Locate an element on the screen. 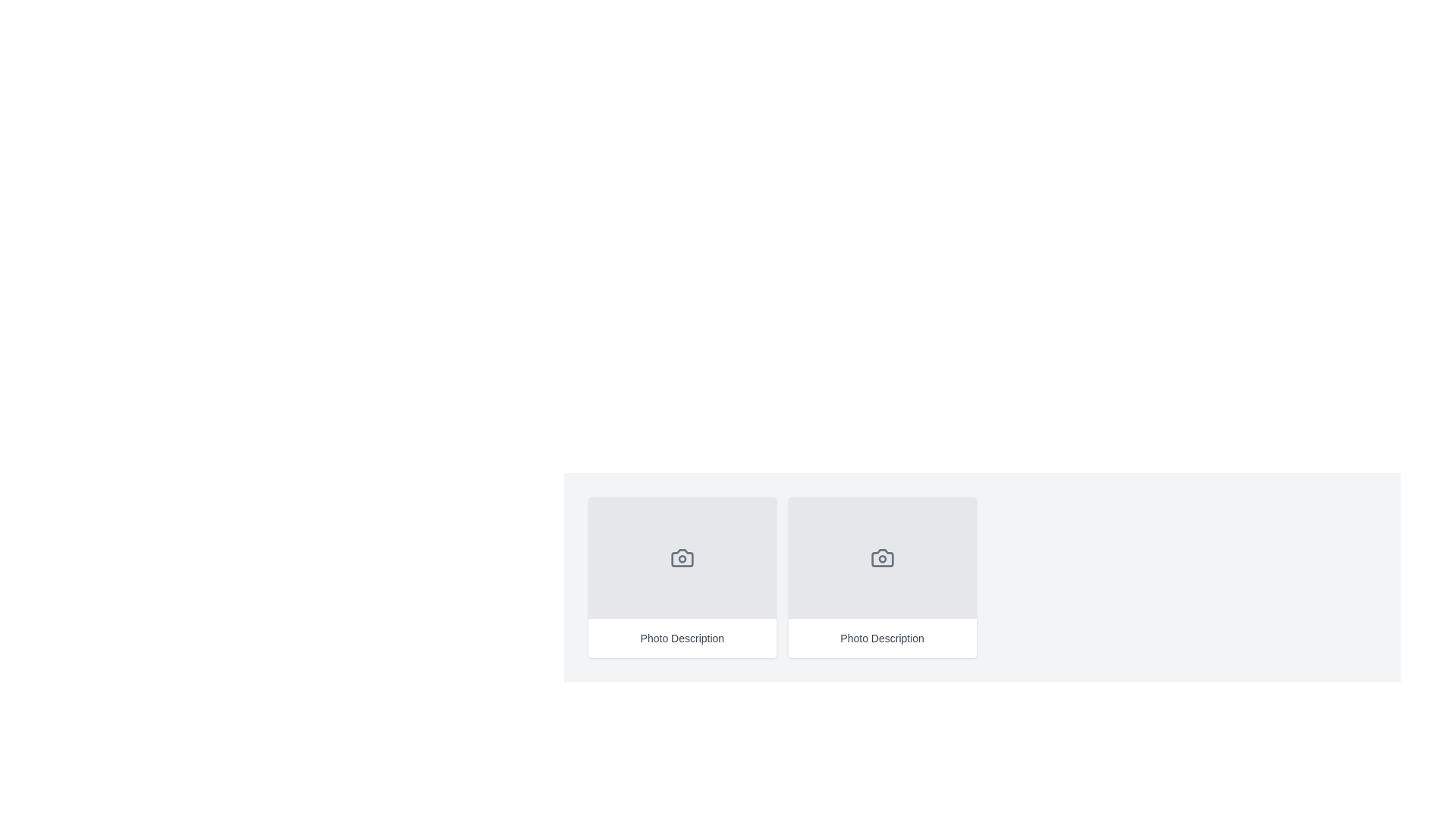  descriptive text label located in the bottom-left corner of the grid, specifically for the leftmost box is located at coordinates (681, 638).